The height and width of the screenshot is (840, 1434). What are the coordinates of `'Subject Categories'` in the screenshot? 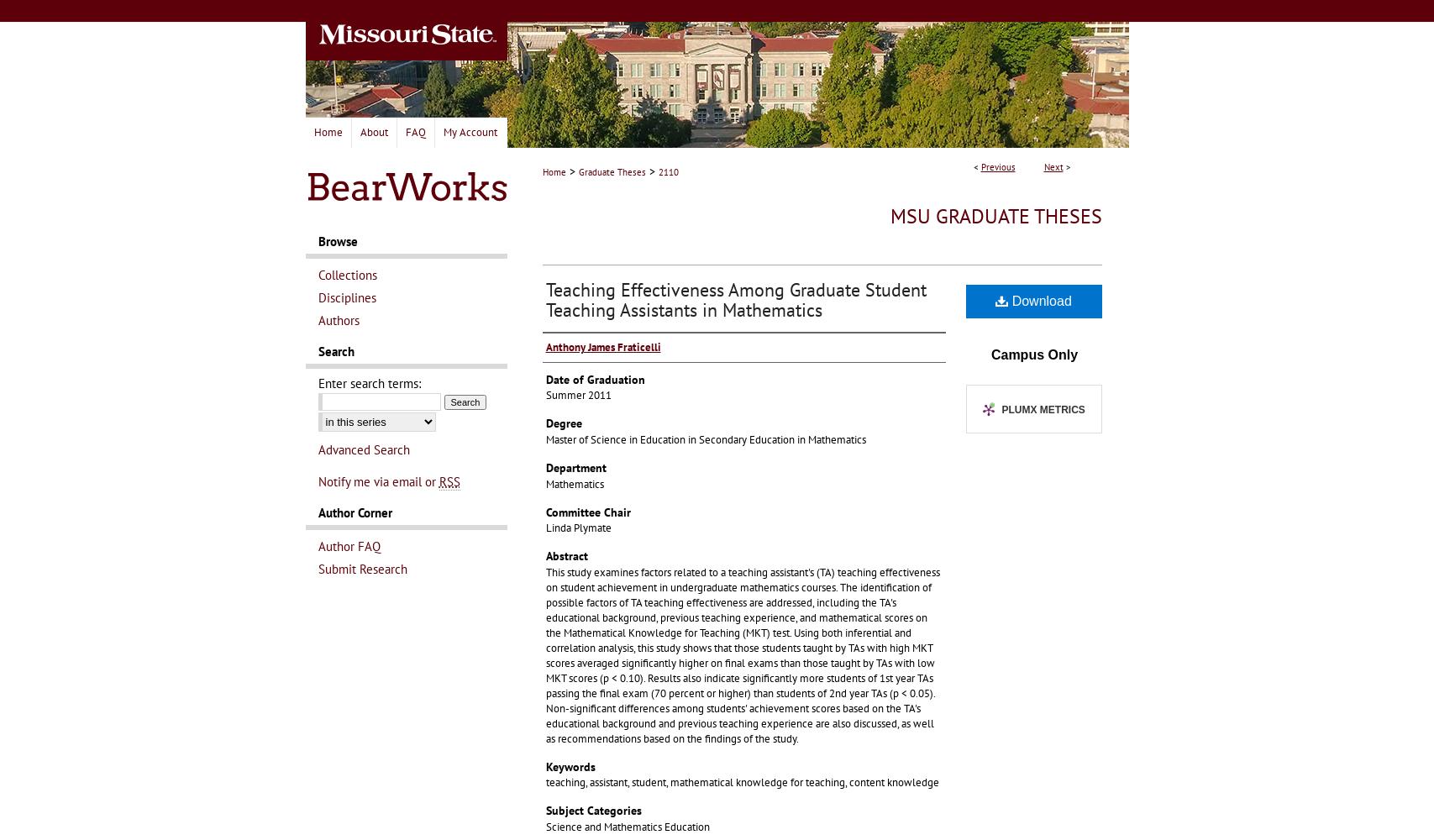 It's located at (593, 810).